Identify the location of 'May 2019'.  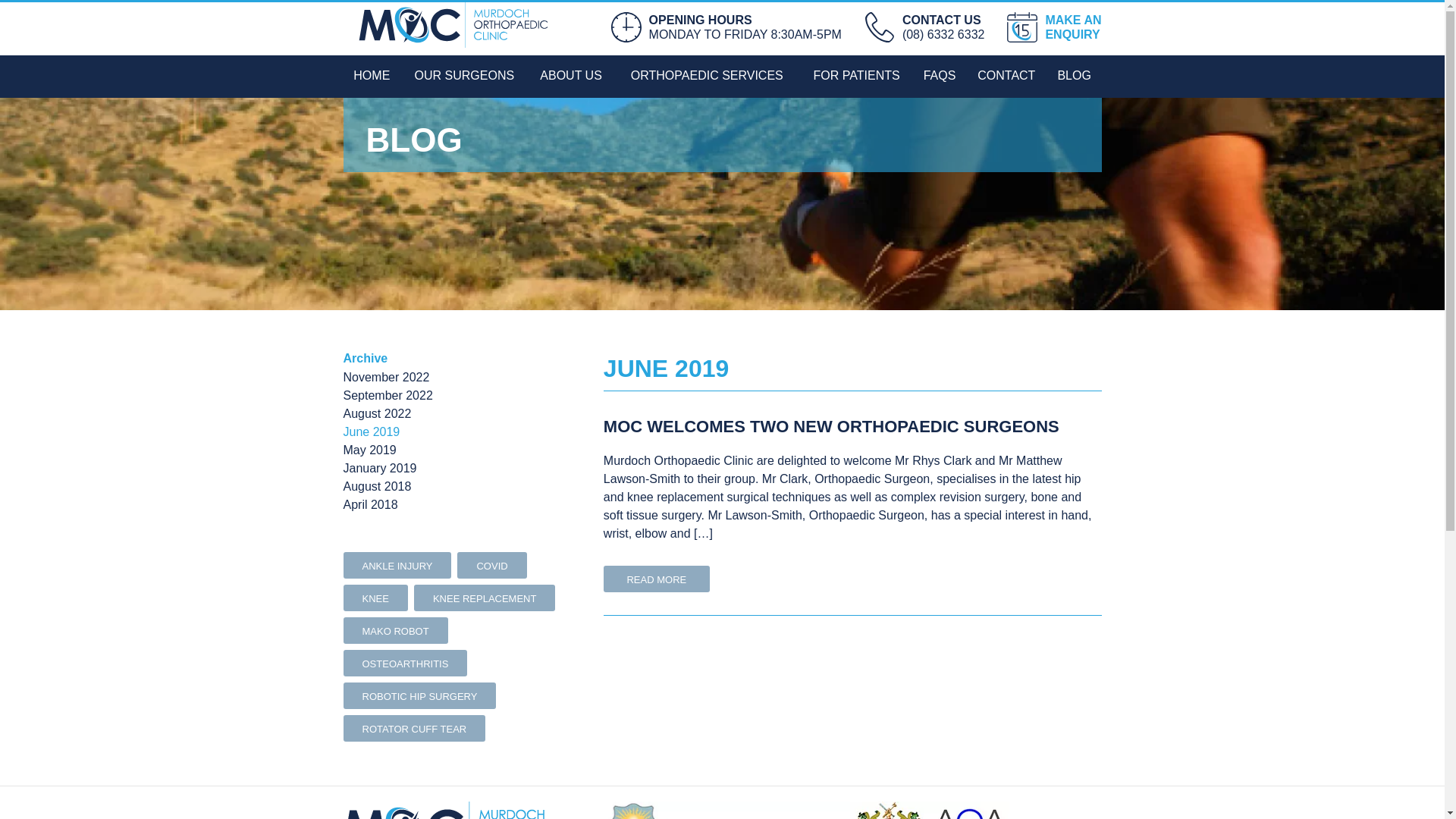
(369, 449).